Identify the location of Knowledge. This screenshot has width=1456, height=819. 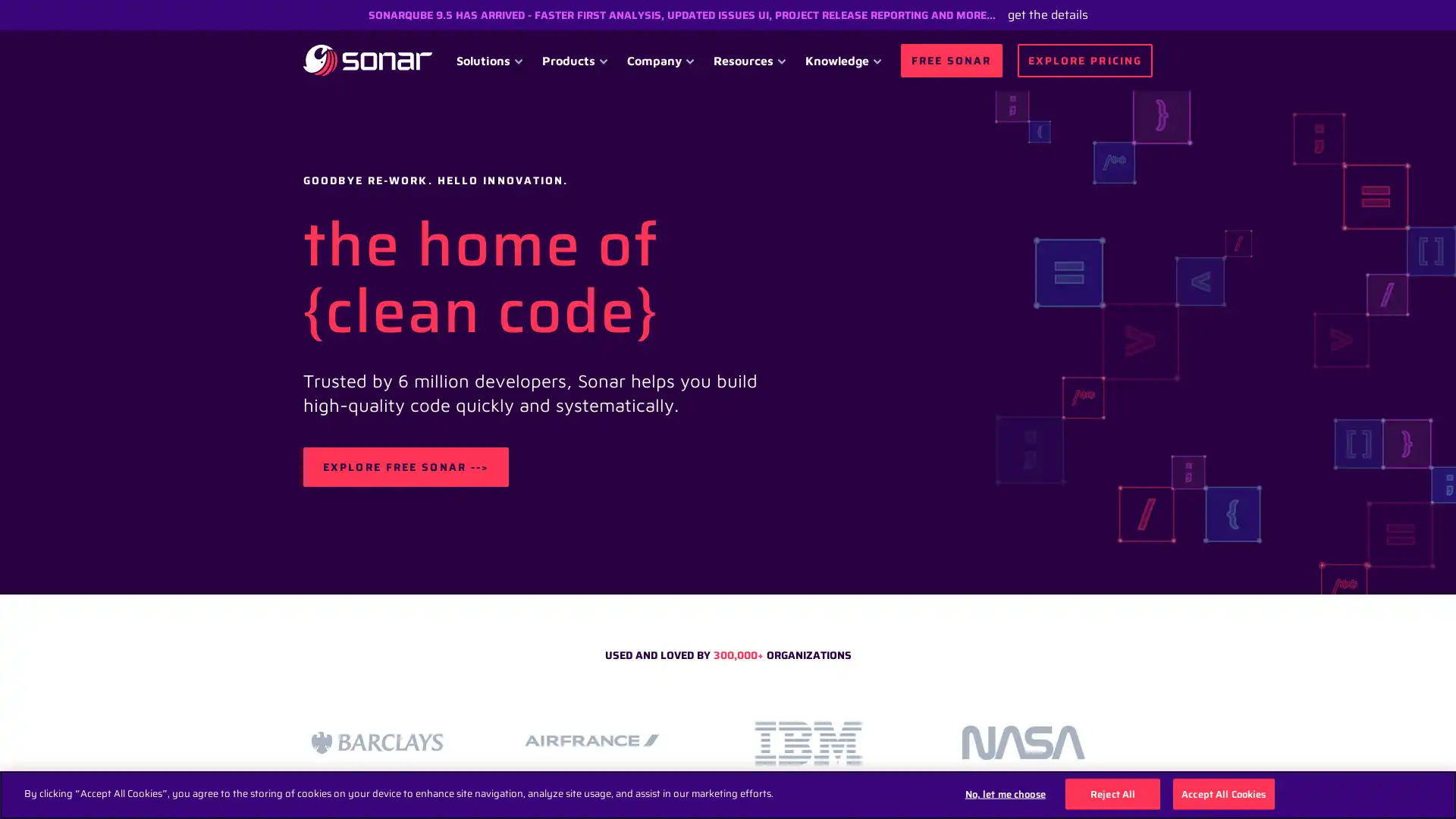
(852, 60).